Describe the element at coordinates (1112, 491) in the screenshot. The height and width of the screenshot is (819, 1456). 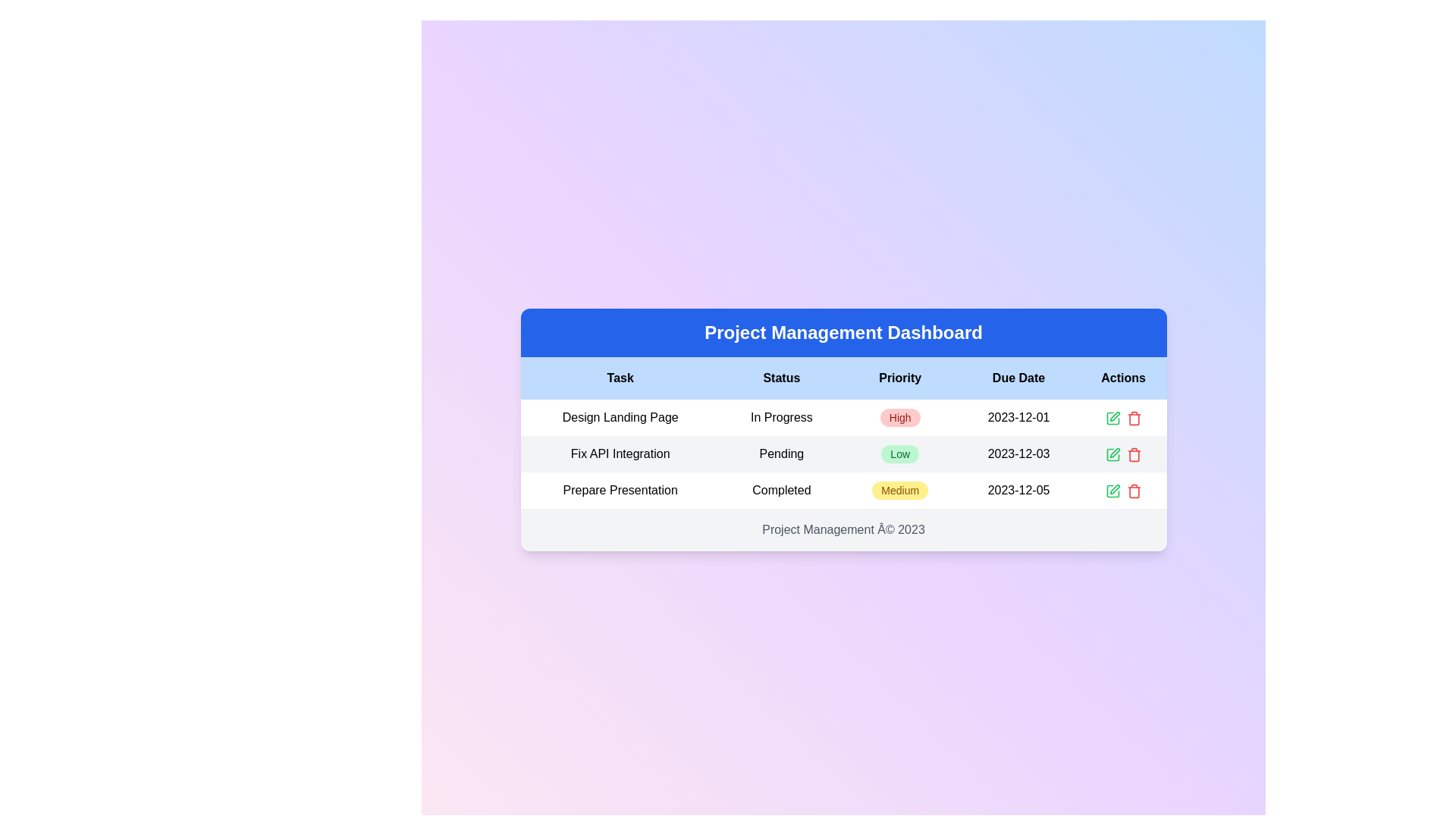
I see `the green pen icon button located in the 'Actions' column of the last row of the table, which signifies an editing action` at that location.